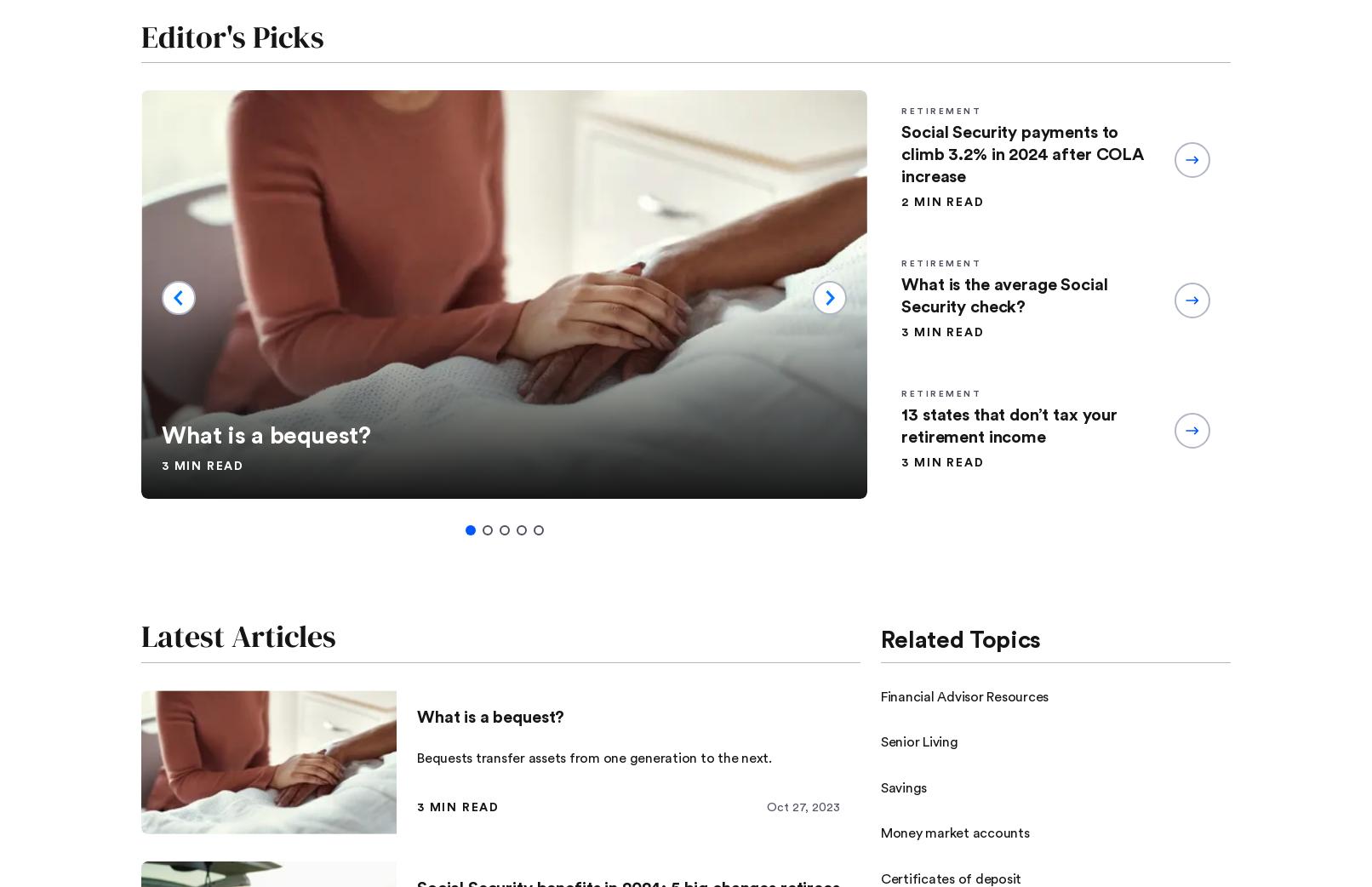 The width and height of the screenshot is (1372, 887). Describe the element at coordinates (1003, 295) in the screenshot. I see `'What is the average Social Security check?'` at that location.